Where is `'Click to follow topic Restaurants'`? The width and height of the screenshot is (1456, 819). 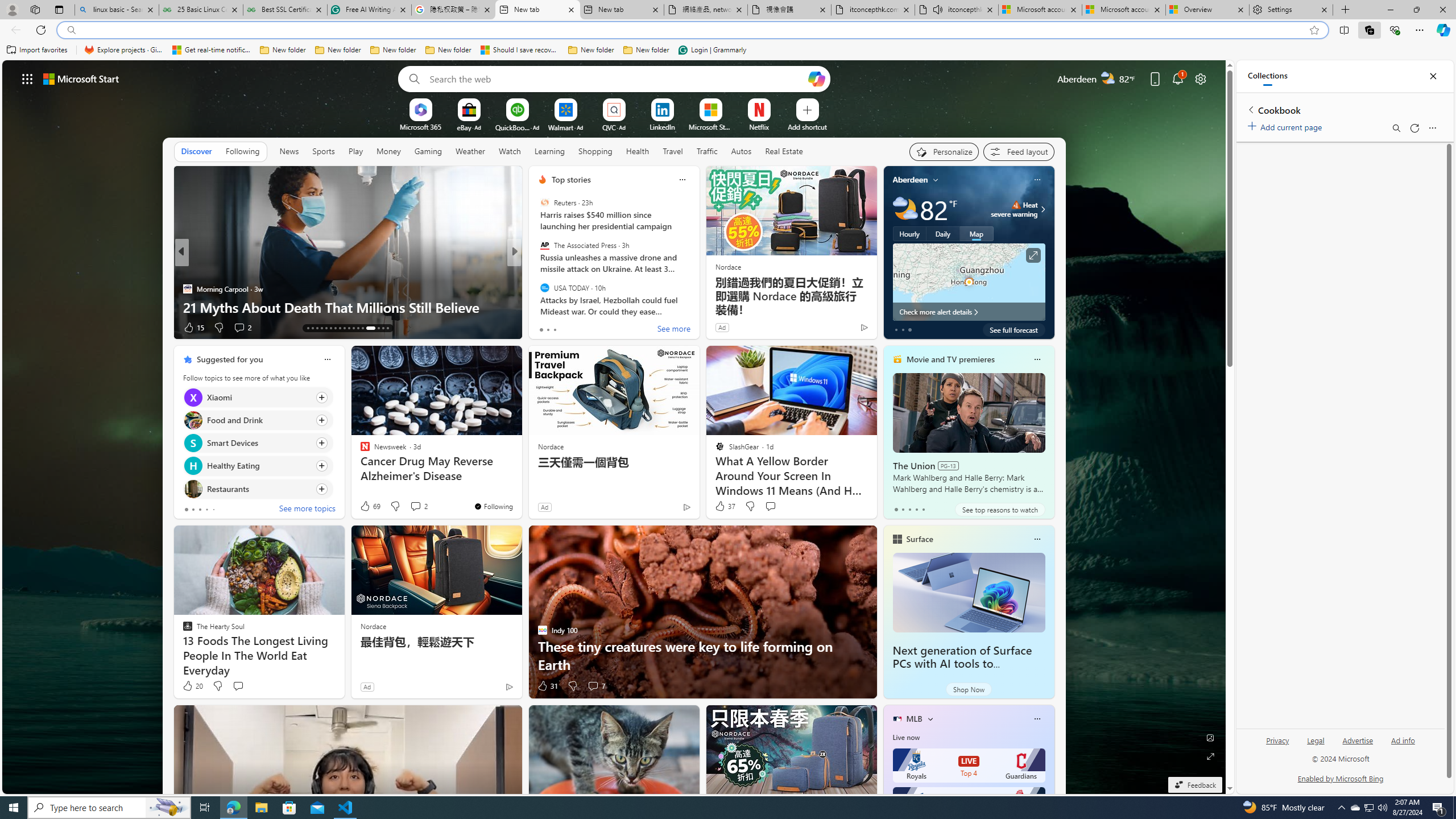 'Click to follow topic Restaurants' is located at coordinates (257, 488).